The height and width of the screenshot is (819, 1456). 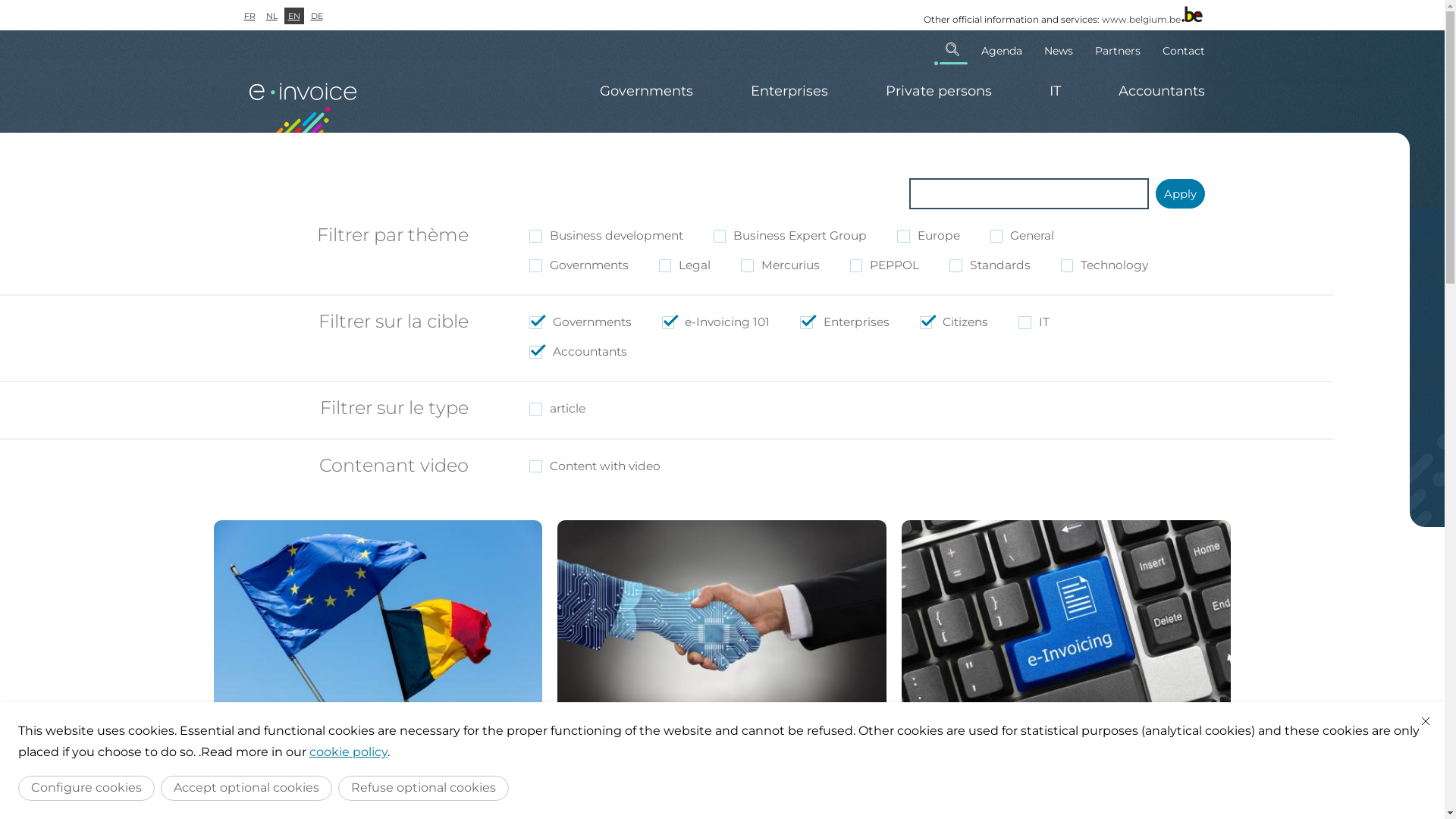 I want to click on 'Apply', so click(x=1154, y=193).